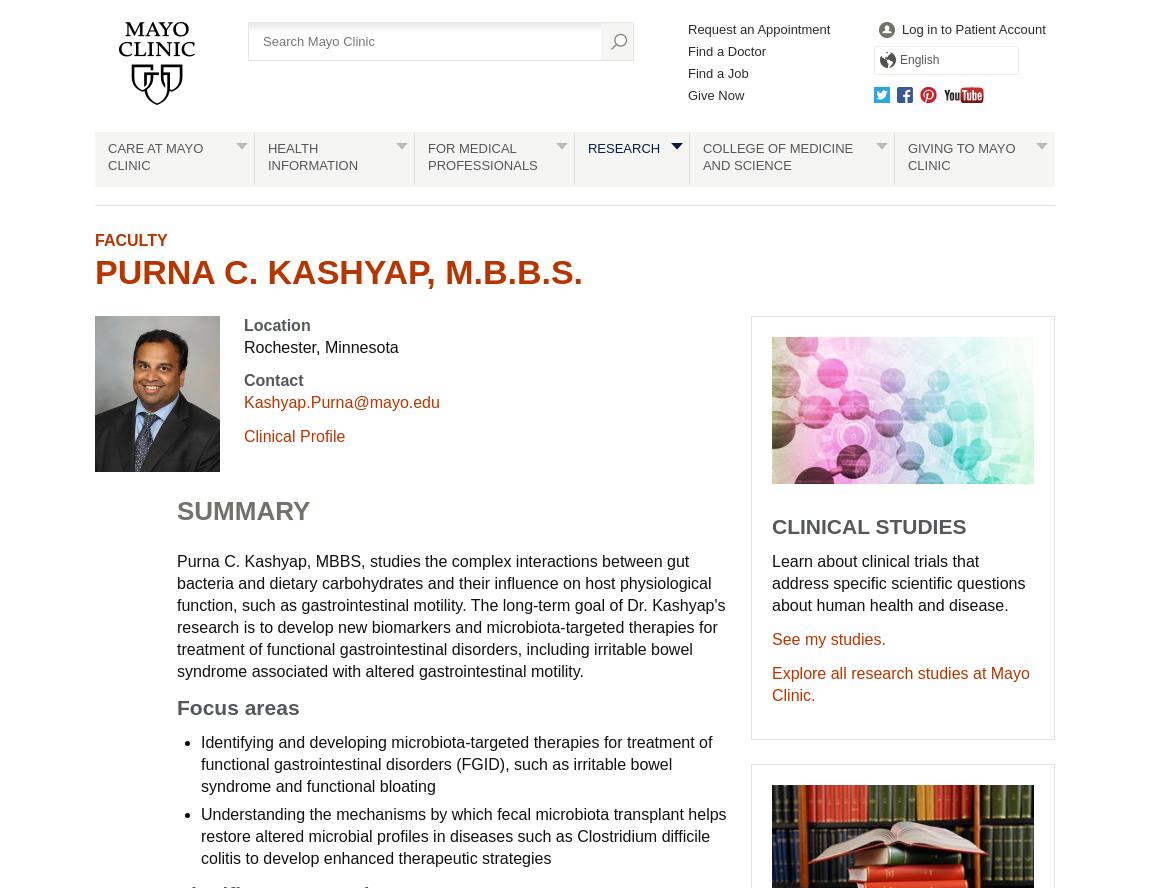 This screenshot has width=1150, height=888. What do you see at coordinates (900, 684) in the screenshot?
I see `'Explore all research studies at Mayo Clinic.'` at bounding box center [900, 684].